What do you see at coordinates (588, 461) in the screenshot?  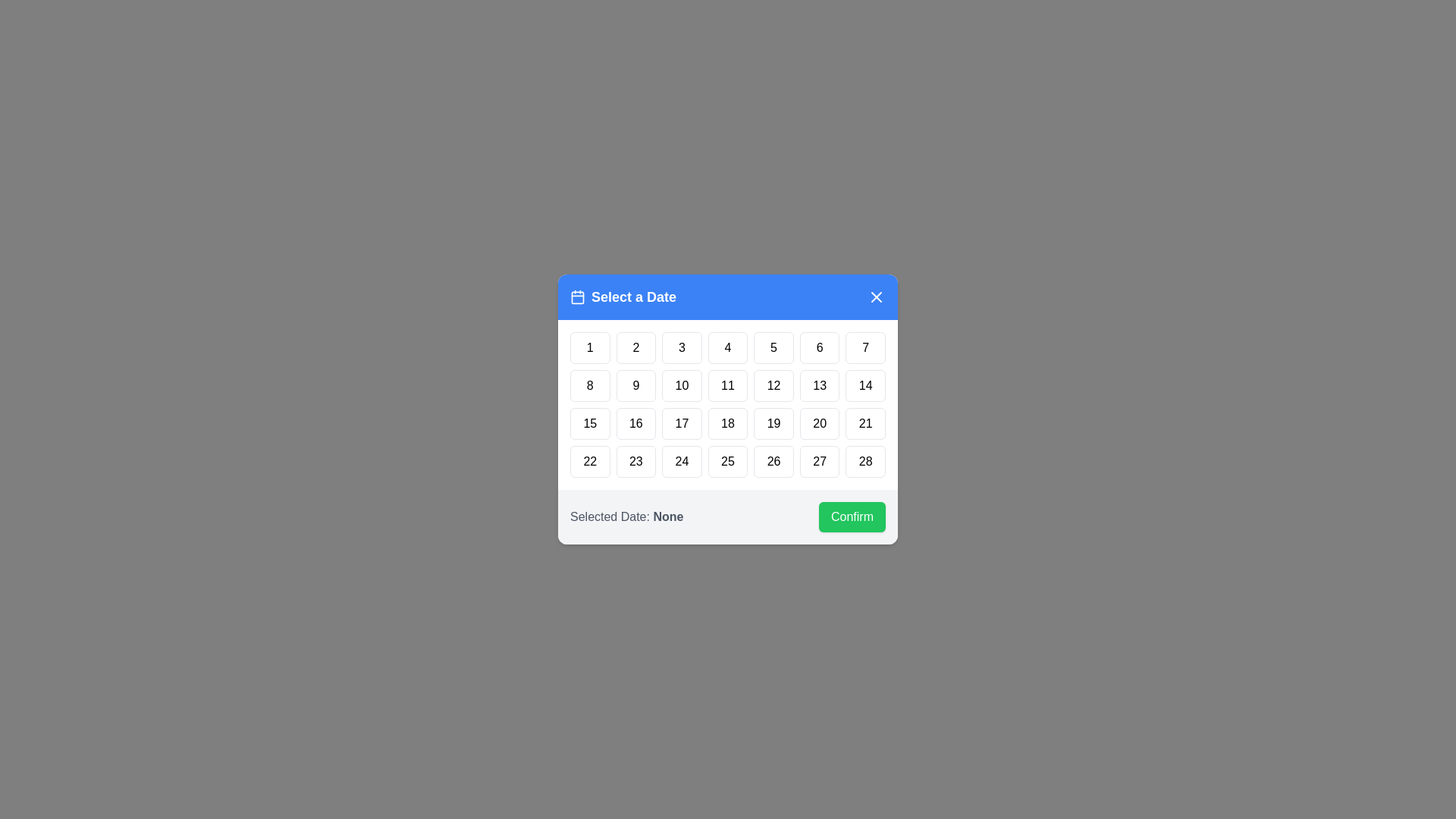 I see `the button representing the day 22 to select that date` at bounding box center [588, 461].